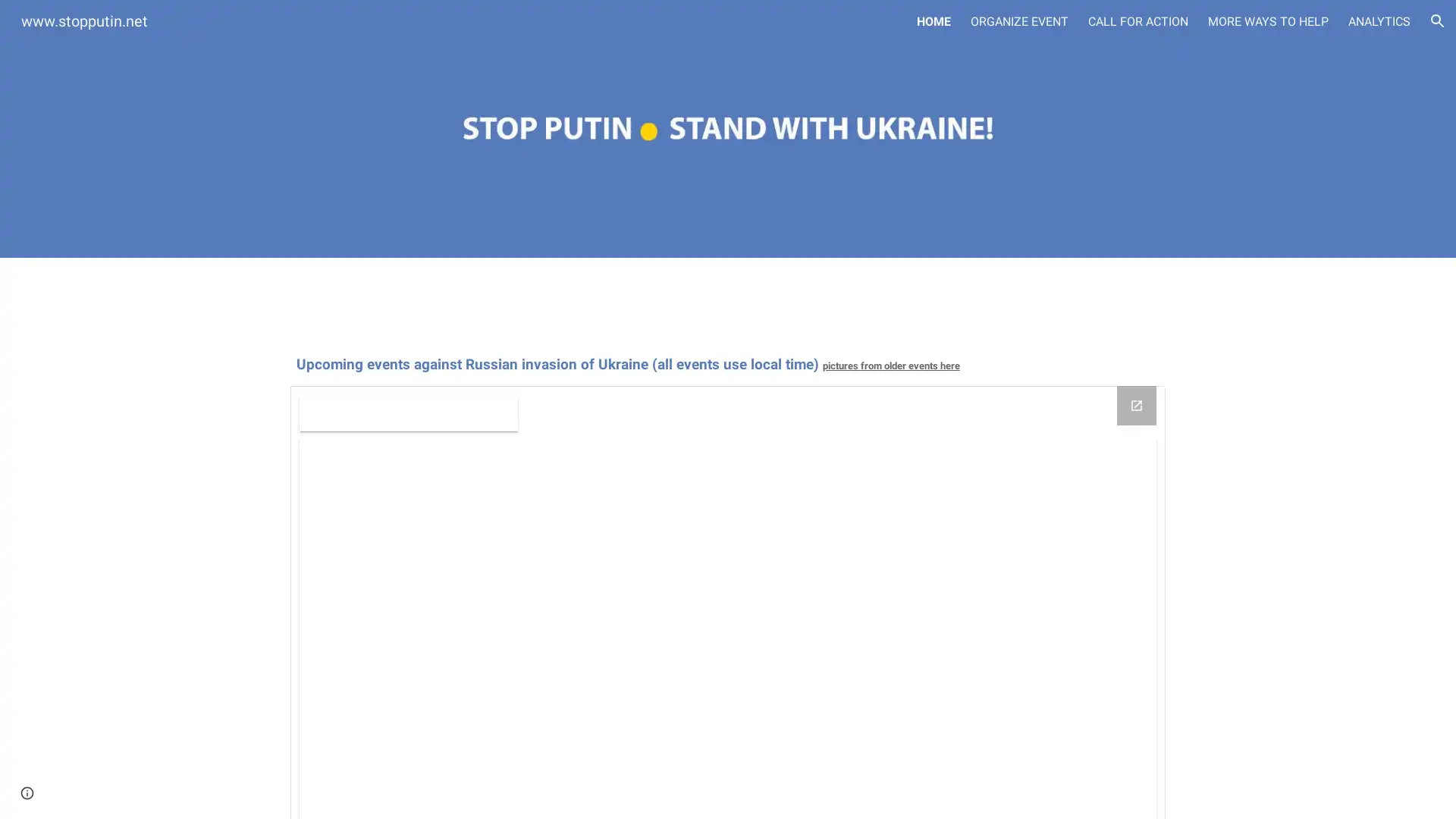 This screenshot has height=819, width=1456. Describe the element at coordinates (864, 28) in the screenshot. I see `Skip to navigation` at that location.